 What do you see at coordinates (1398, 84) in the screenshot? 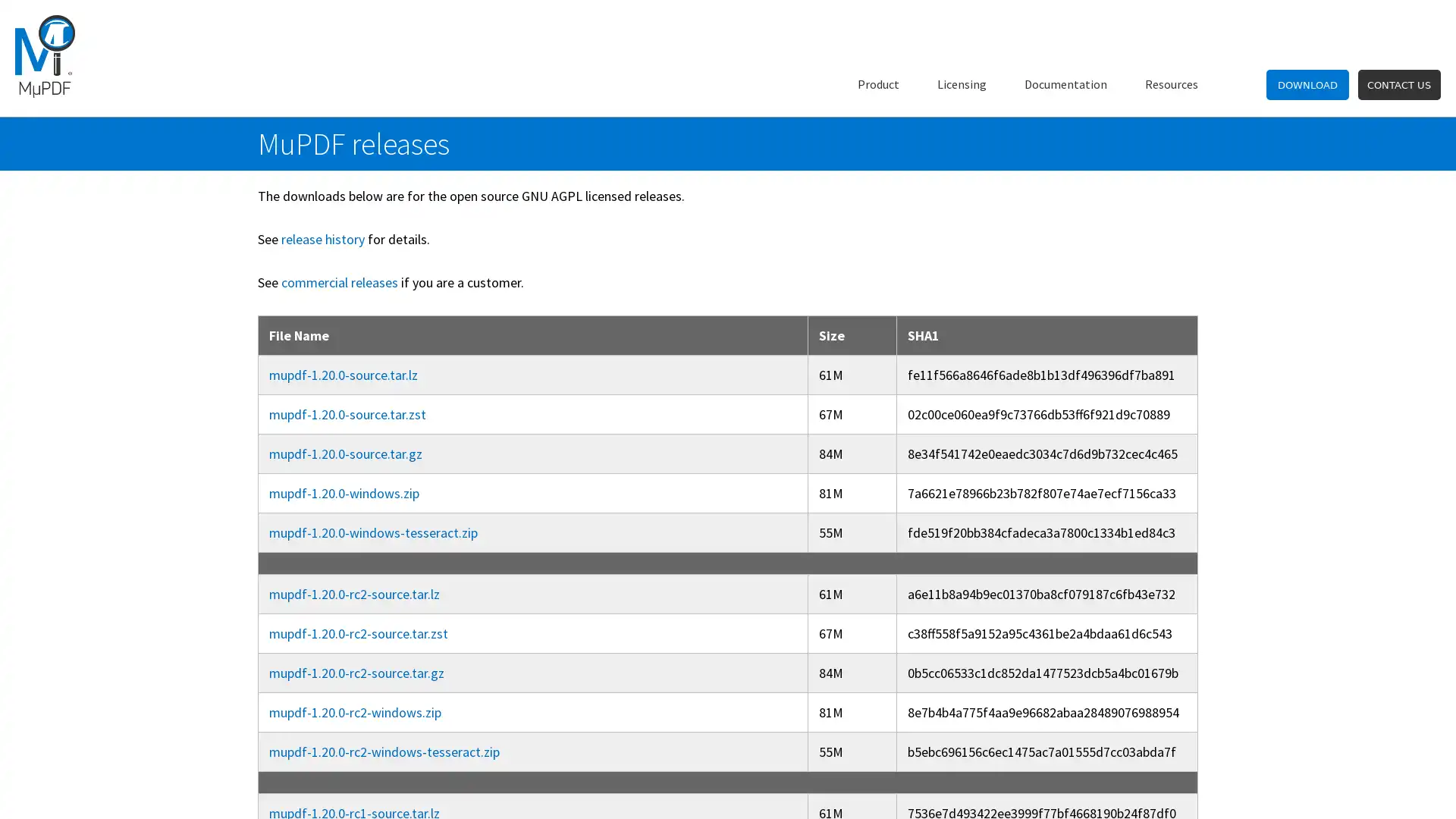
I see `CONTACT US` at bounding box center [1398, 84].